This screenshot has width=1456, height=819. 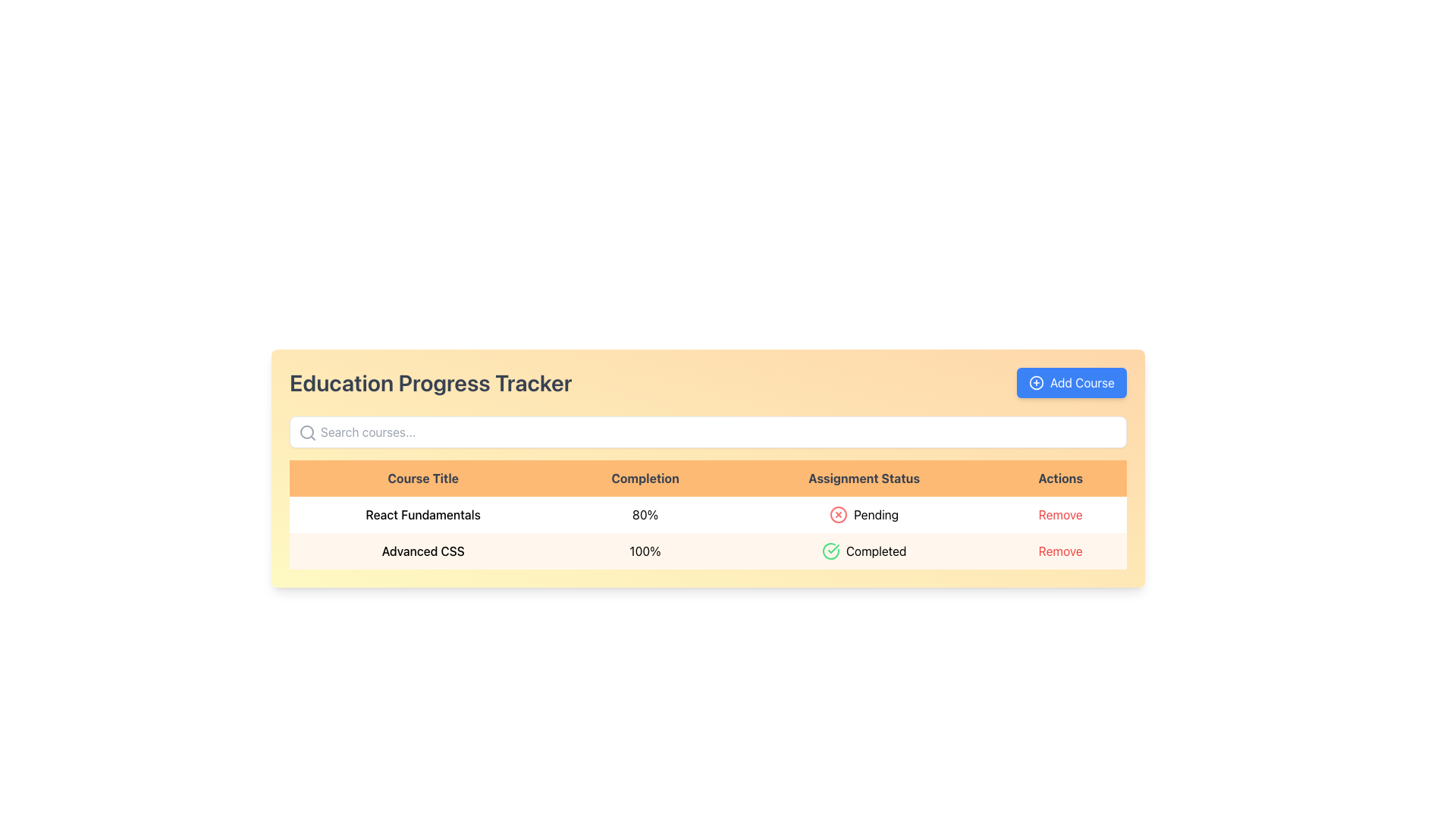 I want to click on the Text Display showing '80%' in the 'Completion' column of the 'React Fundamentals' row in the table, so click(x=645, y=513).